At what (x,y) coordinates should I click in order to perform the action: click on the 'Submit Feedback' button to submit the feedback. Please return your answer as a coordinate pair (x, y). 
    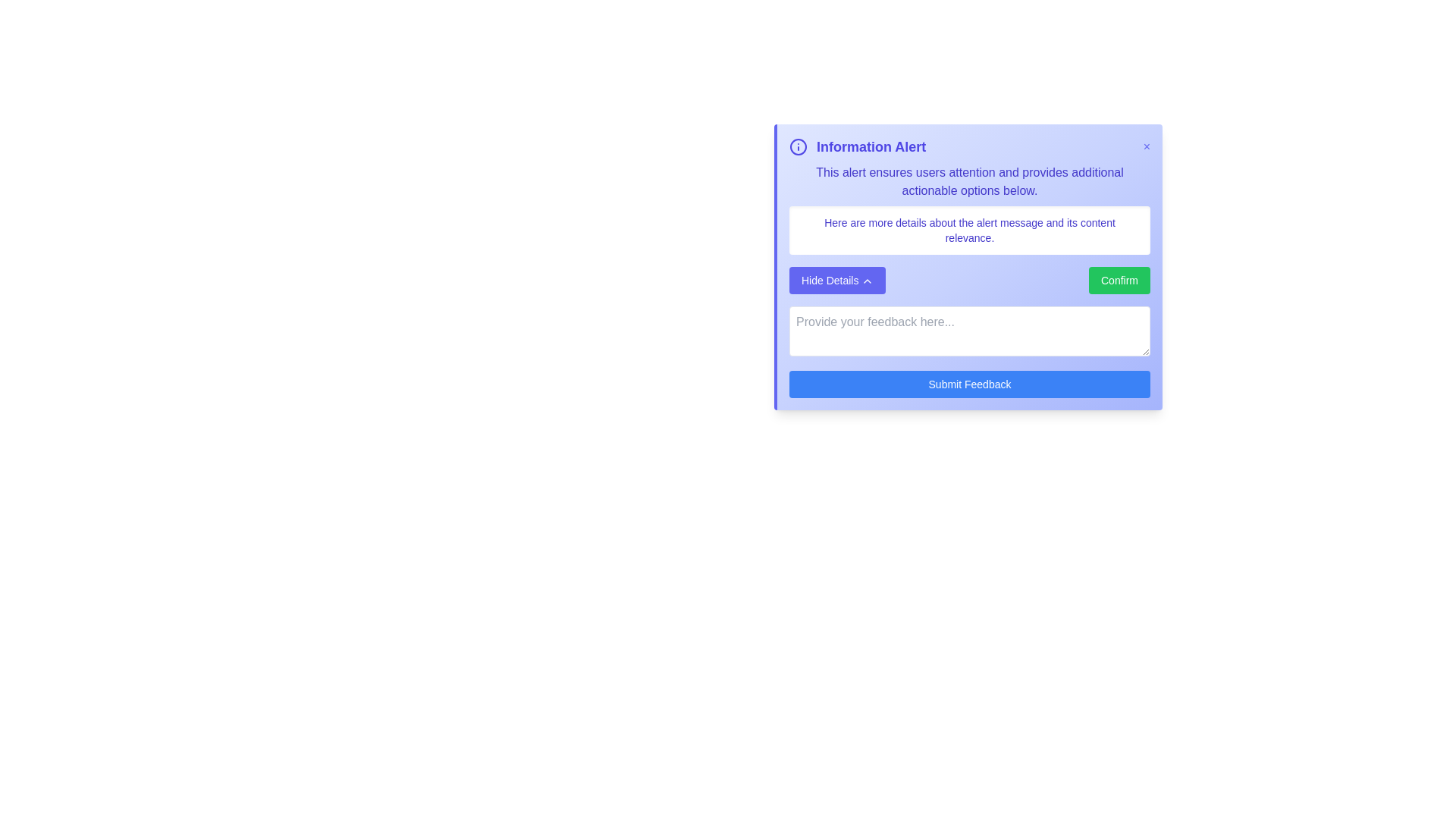
    Looking at the image, I should click on (968, 383).